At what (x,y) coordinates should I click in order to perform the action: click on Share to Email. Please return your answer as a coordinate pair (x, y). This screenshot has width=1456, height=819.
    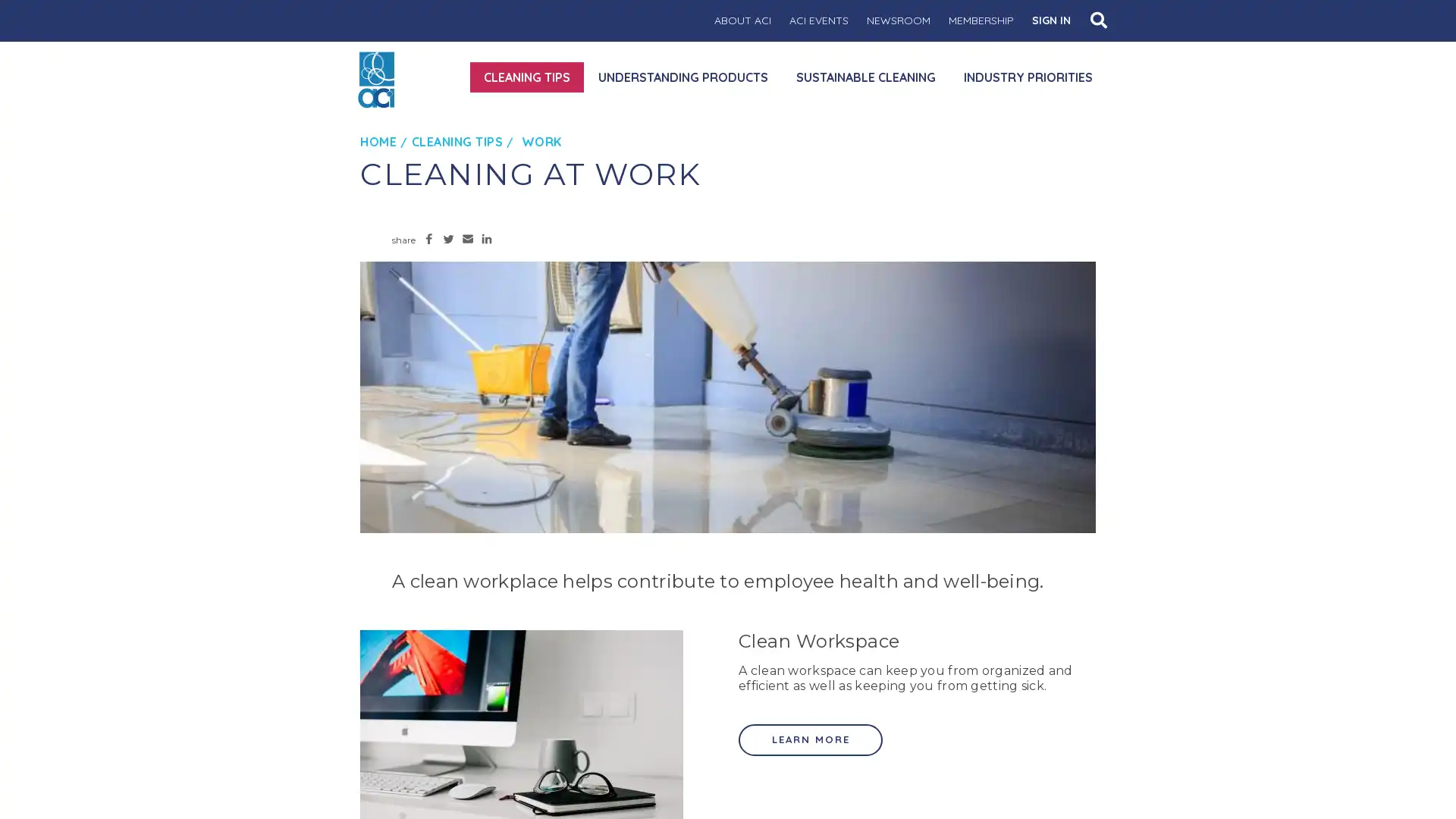
    Looking at the image, I should click on (464, 239).